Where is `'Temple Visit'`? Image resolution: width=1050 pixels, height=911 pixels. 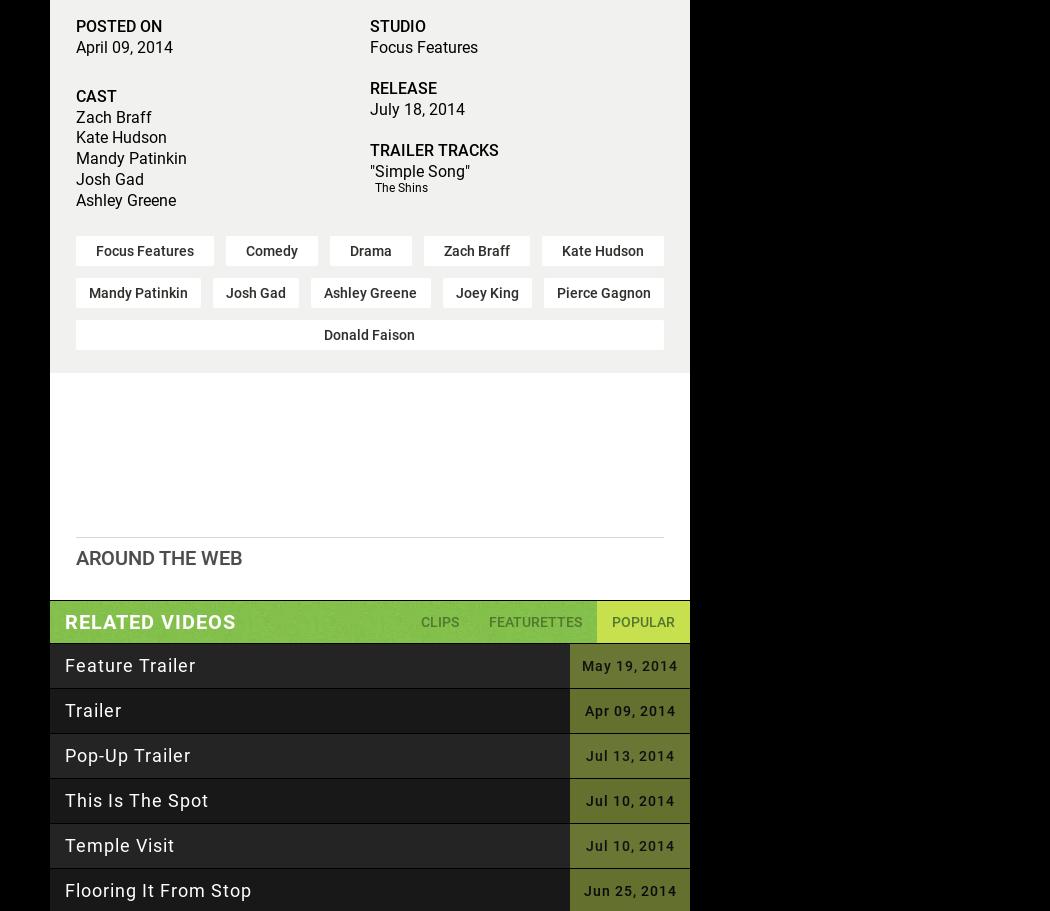 'Temple Visit' is located at coordinates (119, 844).